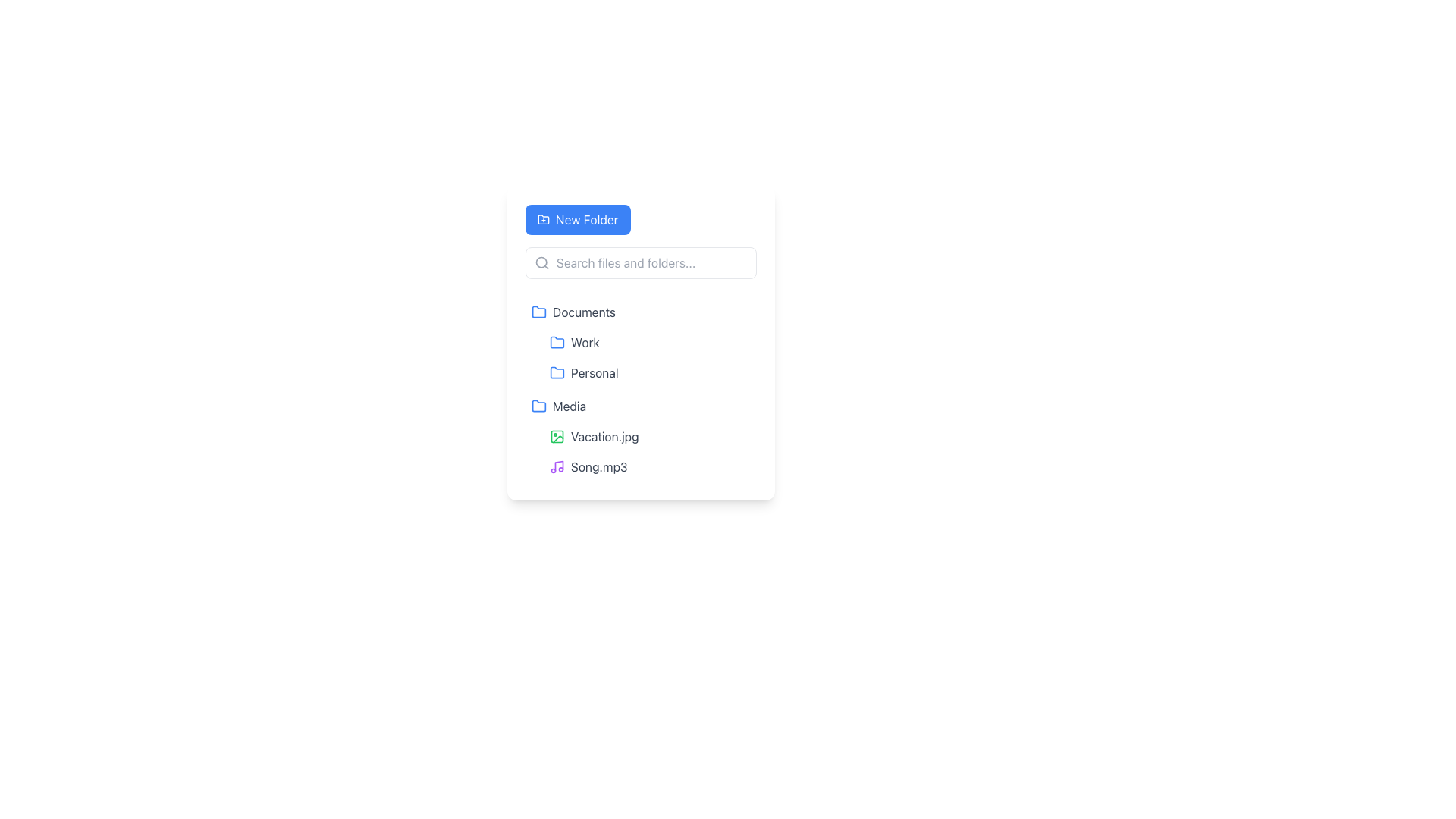 The image size is (1456, 819). I want to click on the 'Personal' folder item, which is the second item in a vertical list of folder entries, so click(650, 373).